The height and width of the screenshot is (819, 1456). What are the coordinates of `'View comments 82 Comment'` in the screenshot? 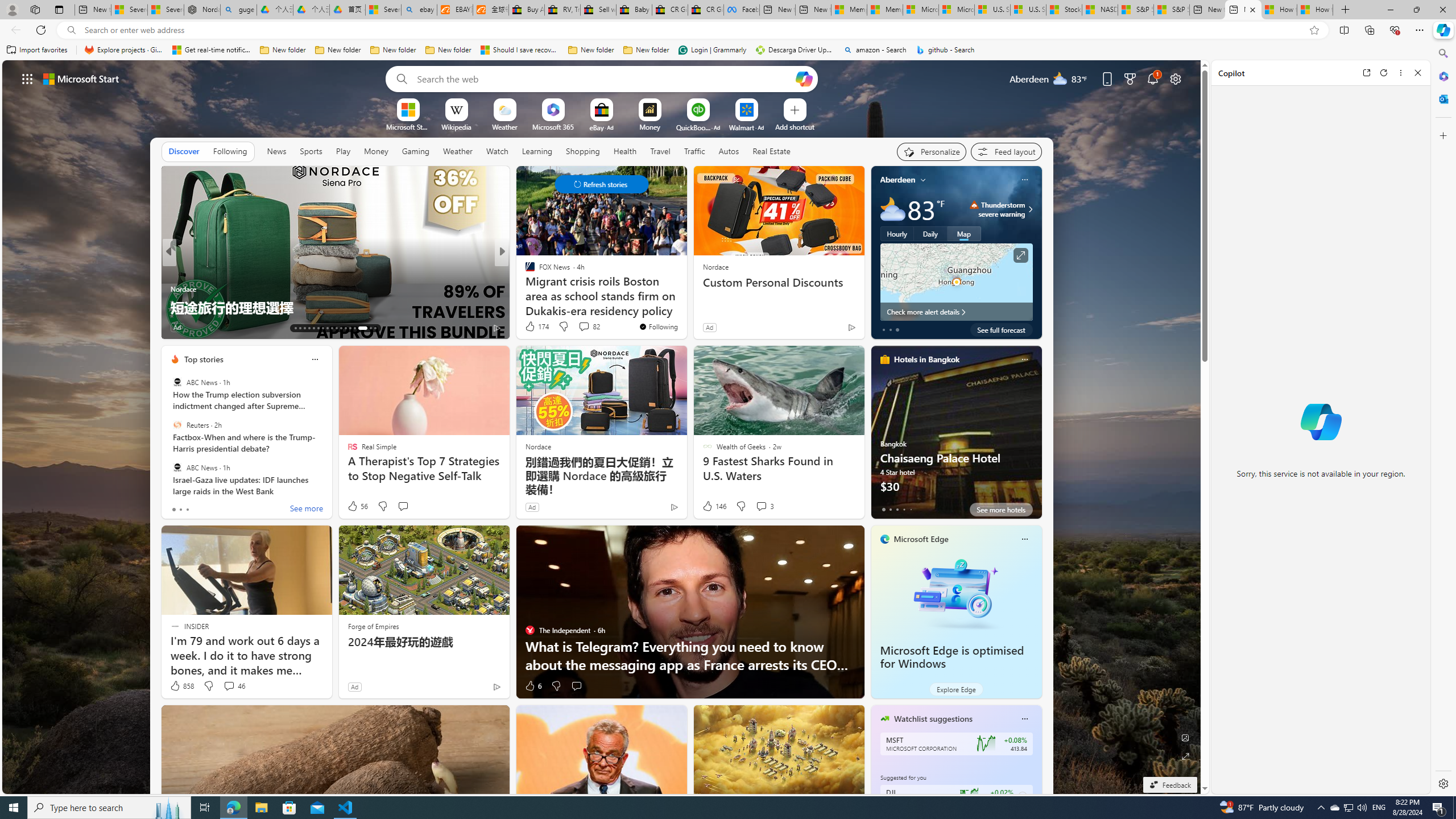 It's located at (589, 325).